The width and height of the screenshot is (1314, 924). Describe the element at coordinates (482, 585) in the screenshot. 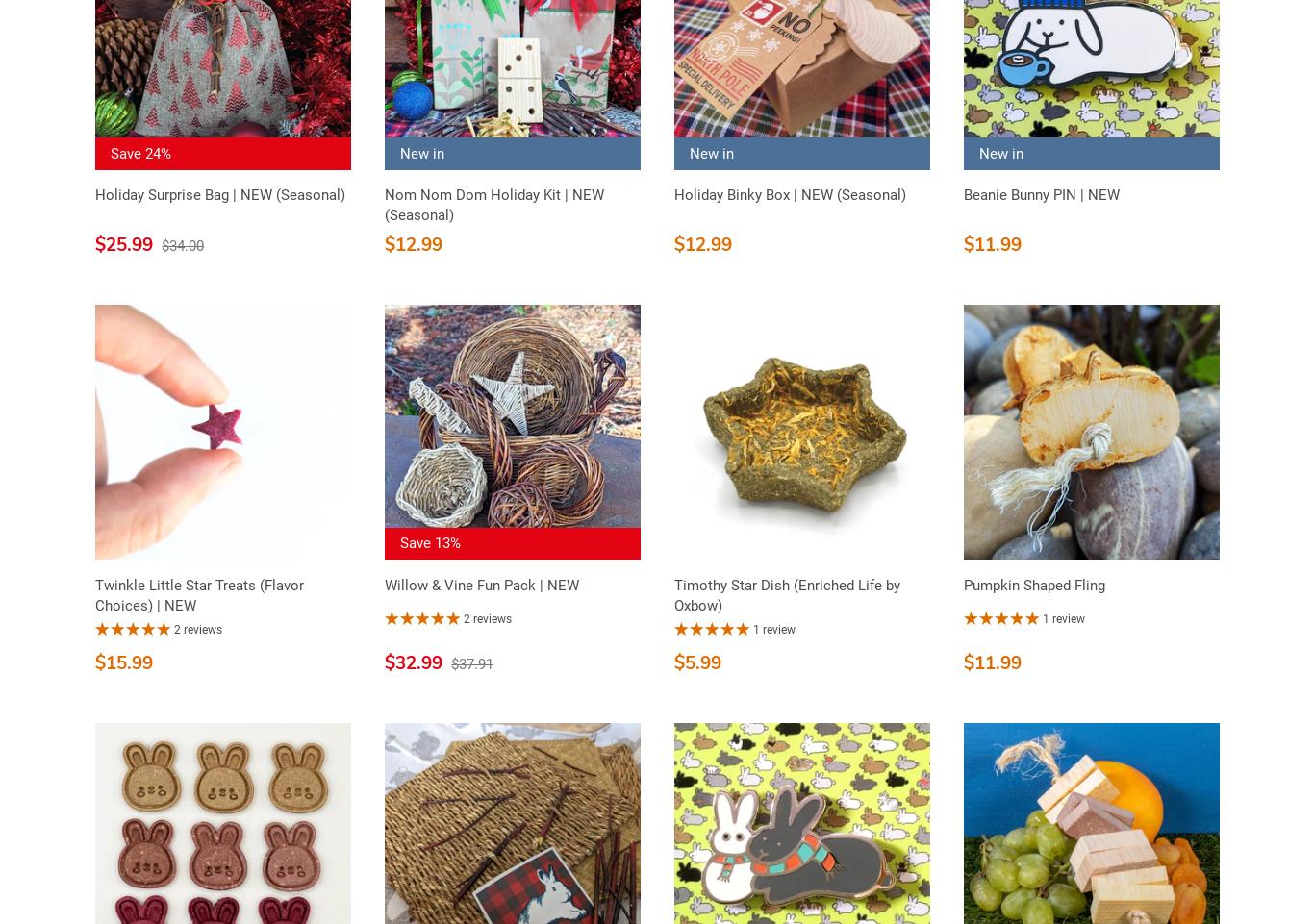

I see `'Willow & Vine Fun Pack | NEW'` at that location.